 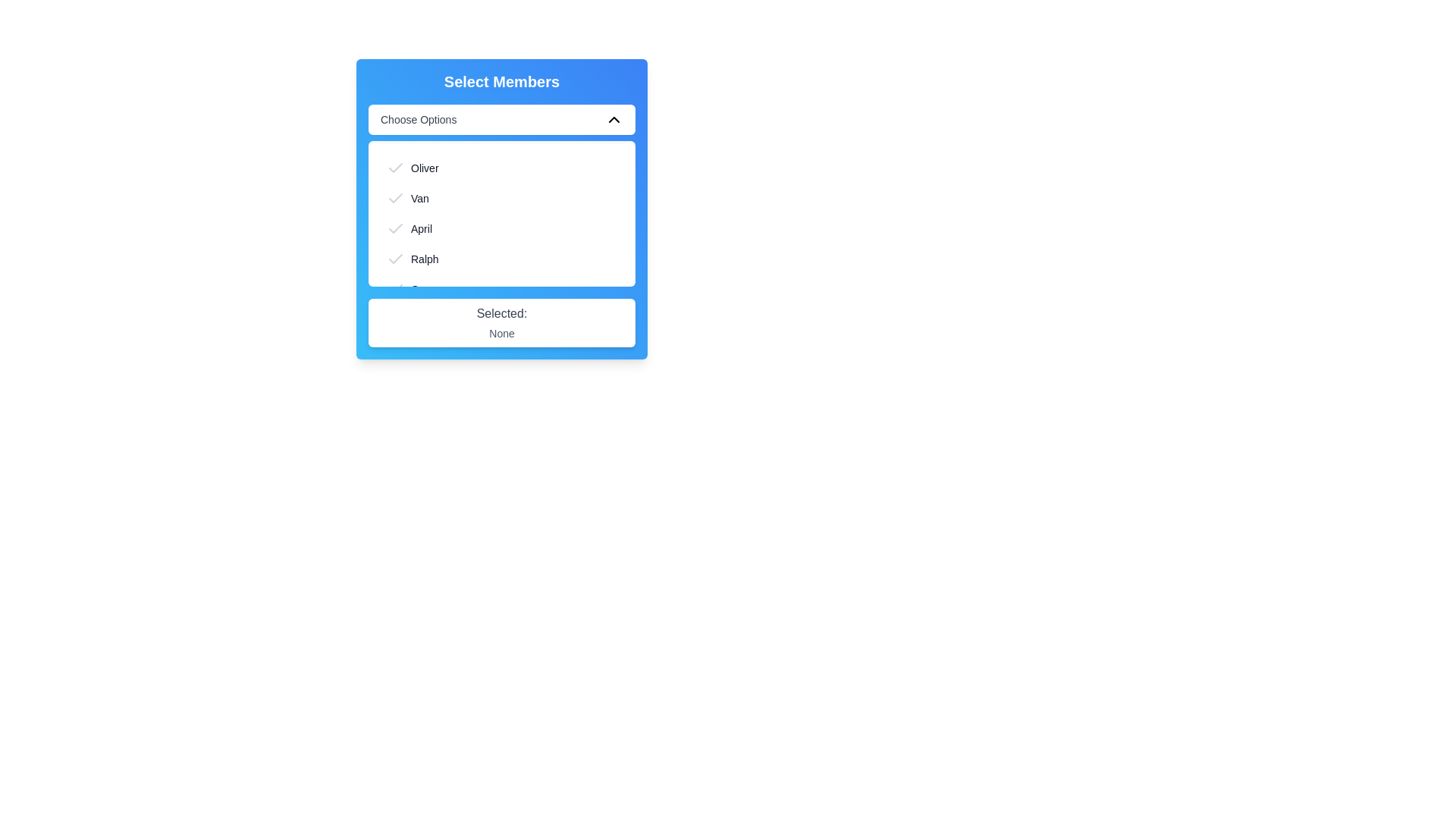 I want to click on the static text label 'Select Members', which is positioned at the top-center of the card-like structure, above the 'Choose Options' button, so click(x=502, y=82).